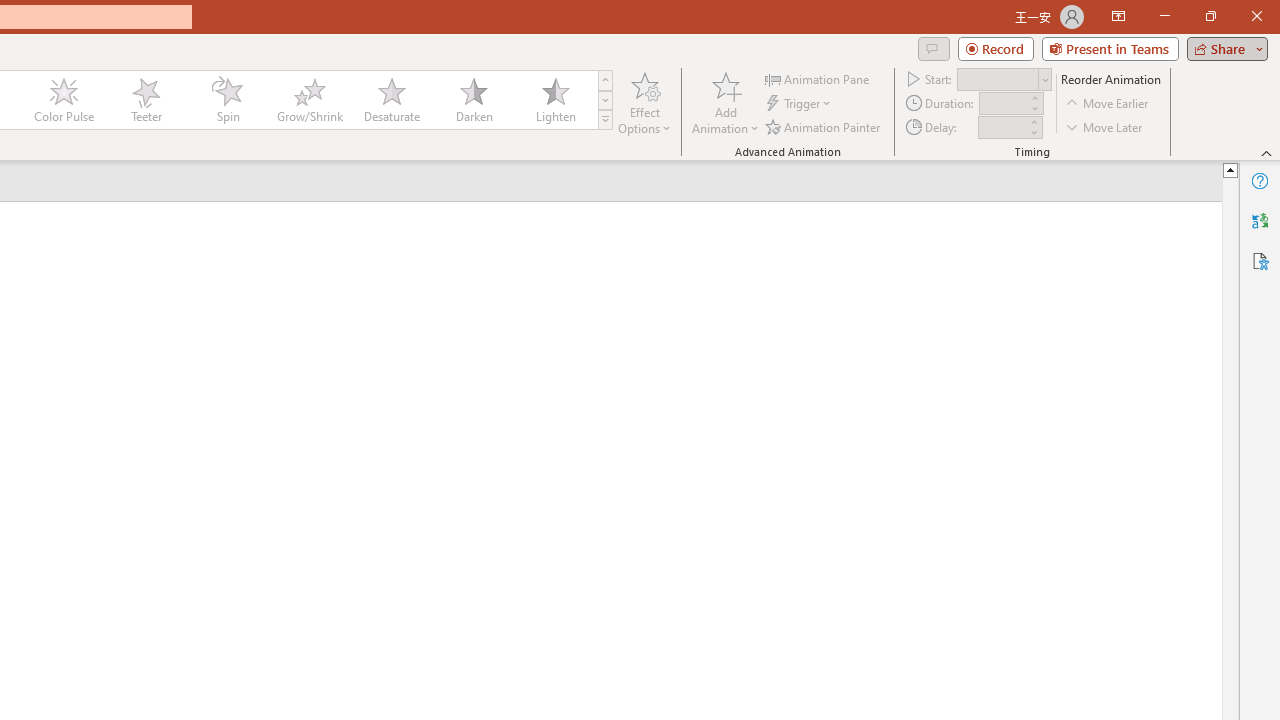 The width and height of the screenshot is (1280, 720). What do you see at coordinates (227, 100) in the screenshot?
I see `'Spin'` at bounding box center [227, 100].